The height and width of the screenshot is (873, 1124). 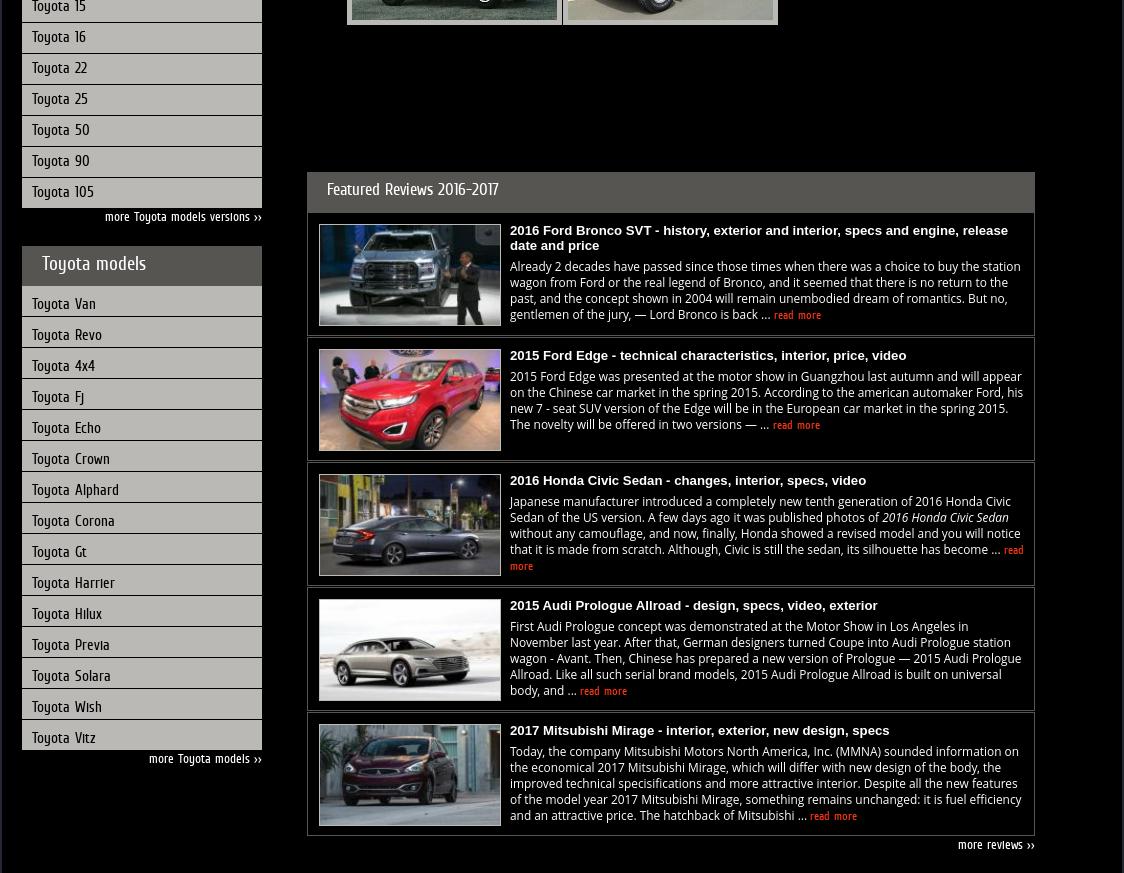 I want to click on '2016 Ford Bronco SVT - history, exterior and interior, specs and engine, release date and price', so click(x=509, y=236).